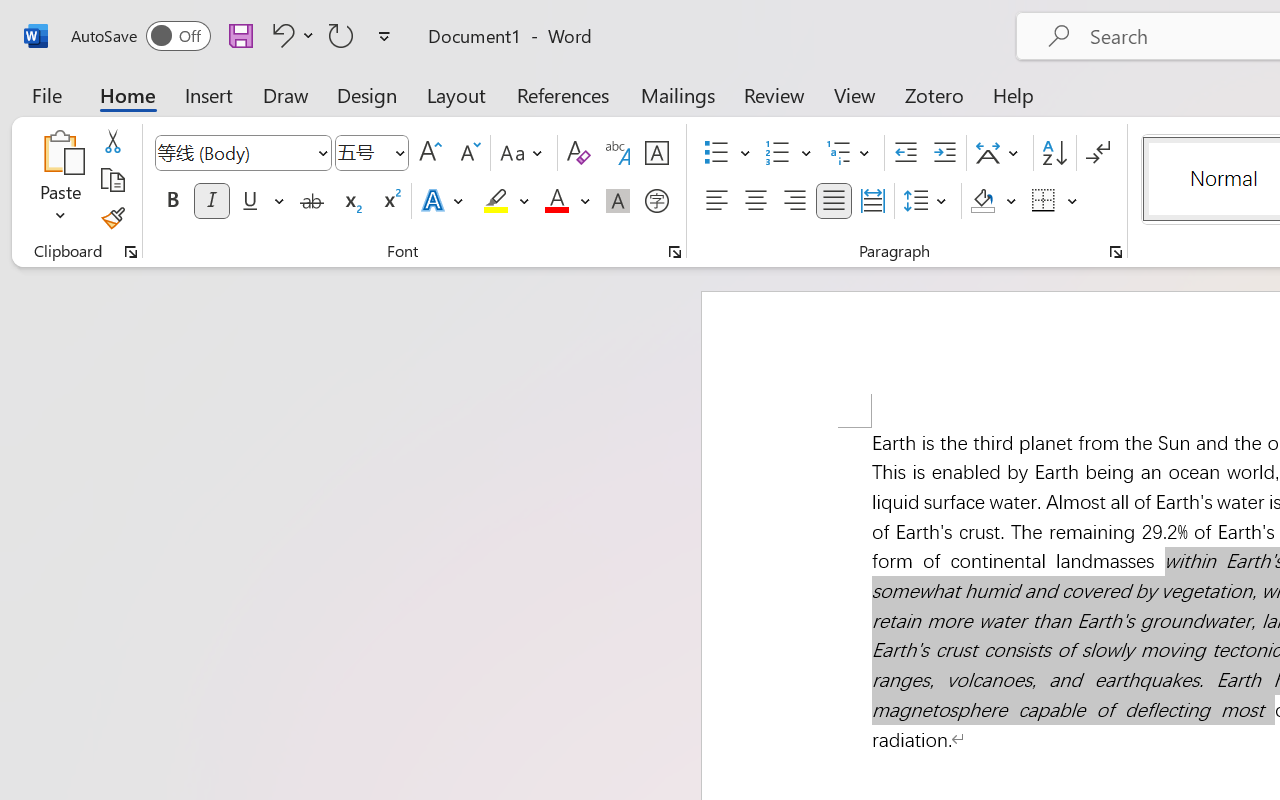 The width and height of the screenshot is (1280, 800). I want to click on 'Help', so click(1013, 94).